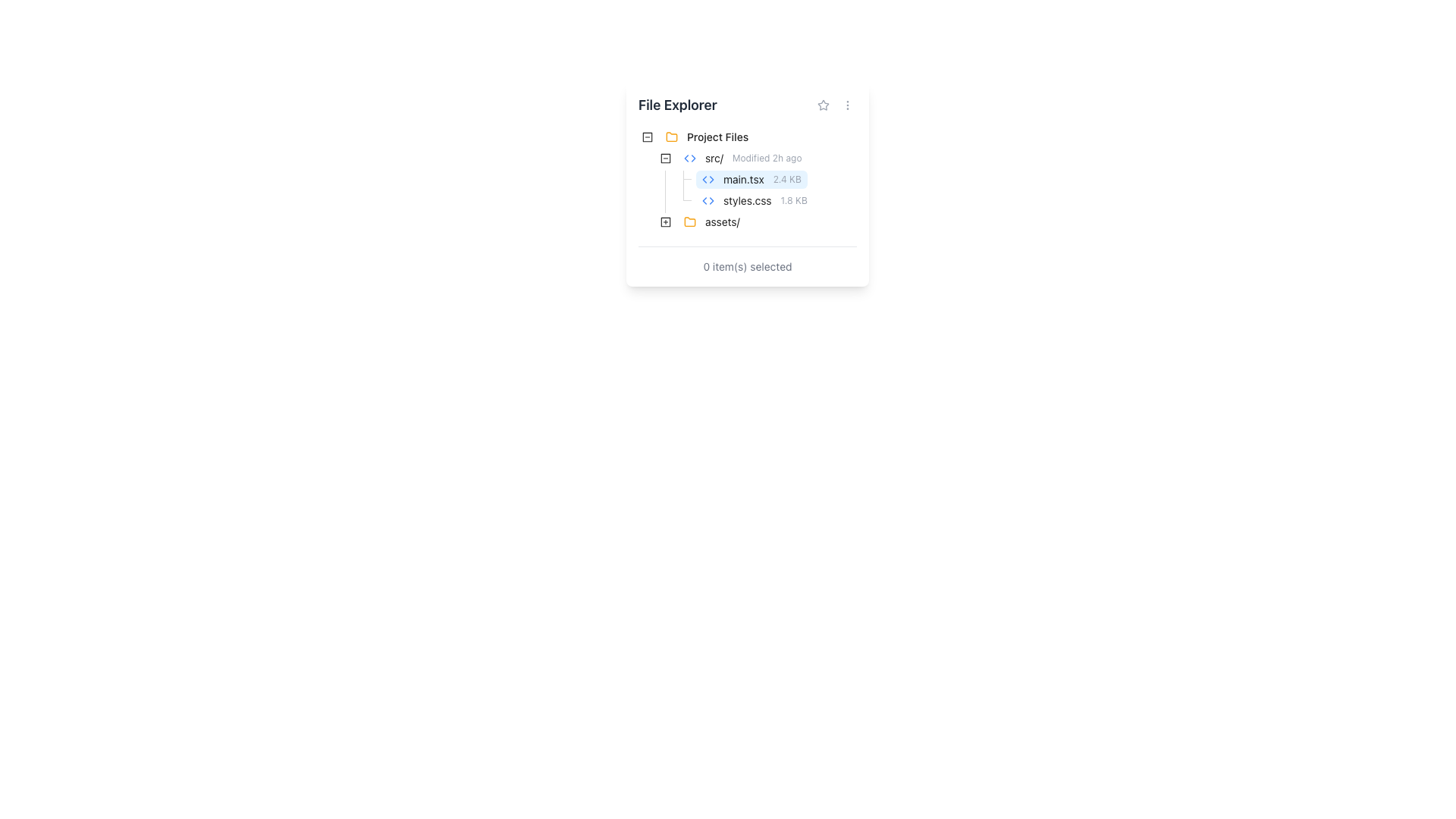 The width and height of the screenshot is (1456, 819). What do you see at coordinates (721, 222) in the screenshot?
I see `the text label displaying 'assets/' in a file explorer interface` at bounding box center [721, 222].